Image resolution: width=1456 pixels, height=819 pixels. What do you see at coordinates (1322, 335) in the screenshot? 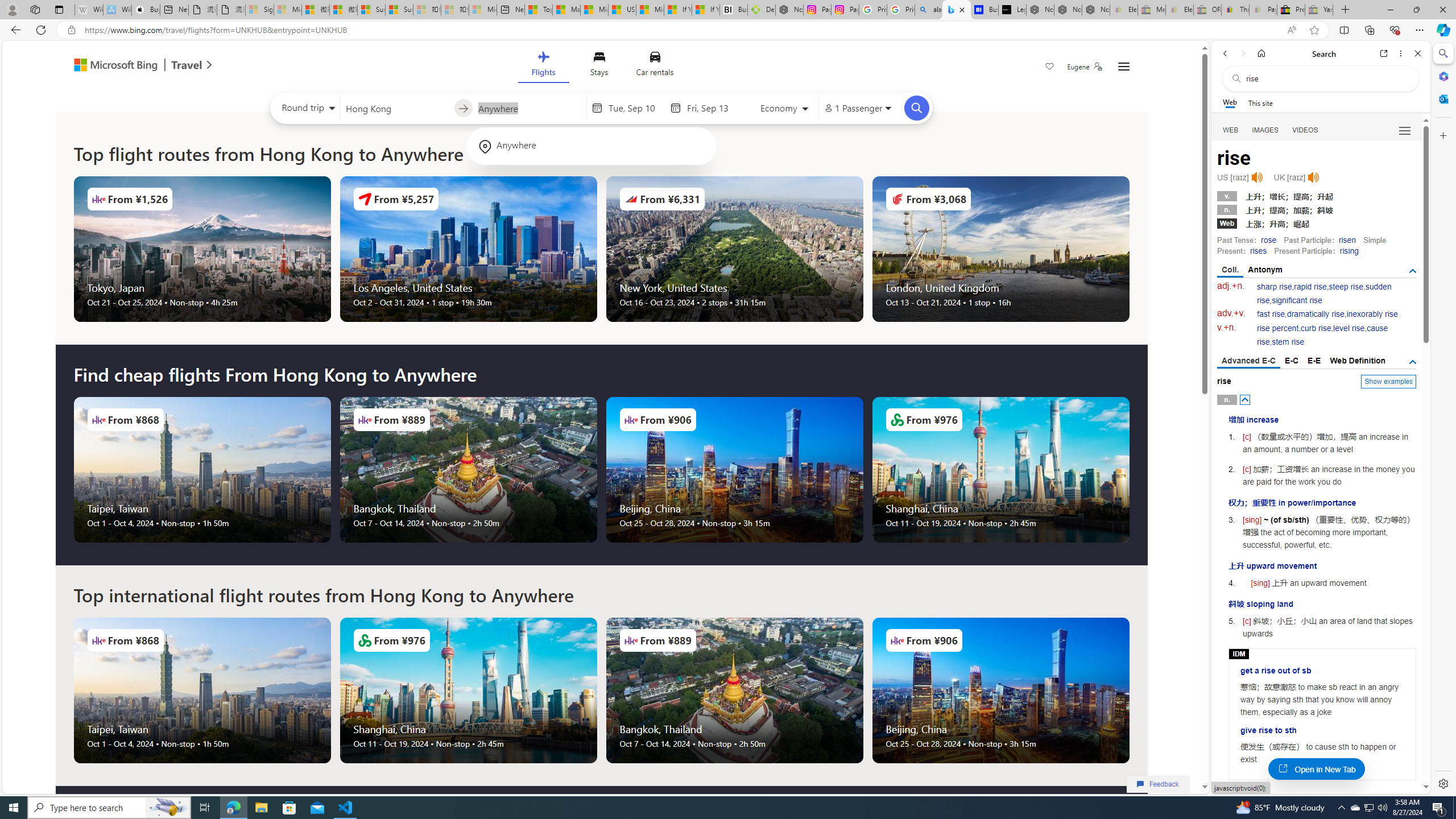
I see `'cause rise'` at bounding box center [1322, 335].